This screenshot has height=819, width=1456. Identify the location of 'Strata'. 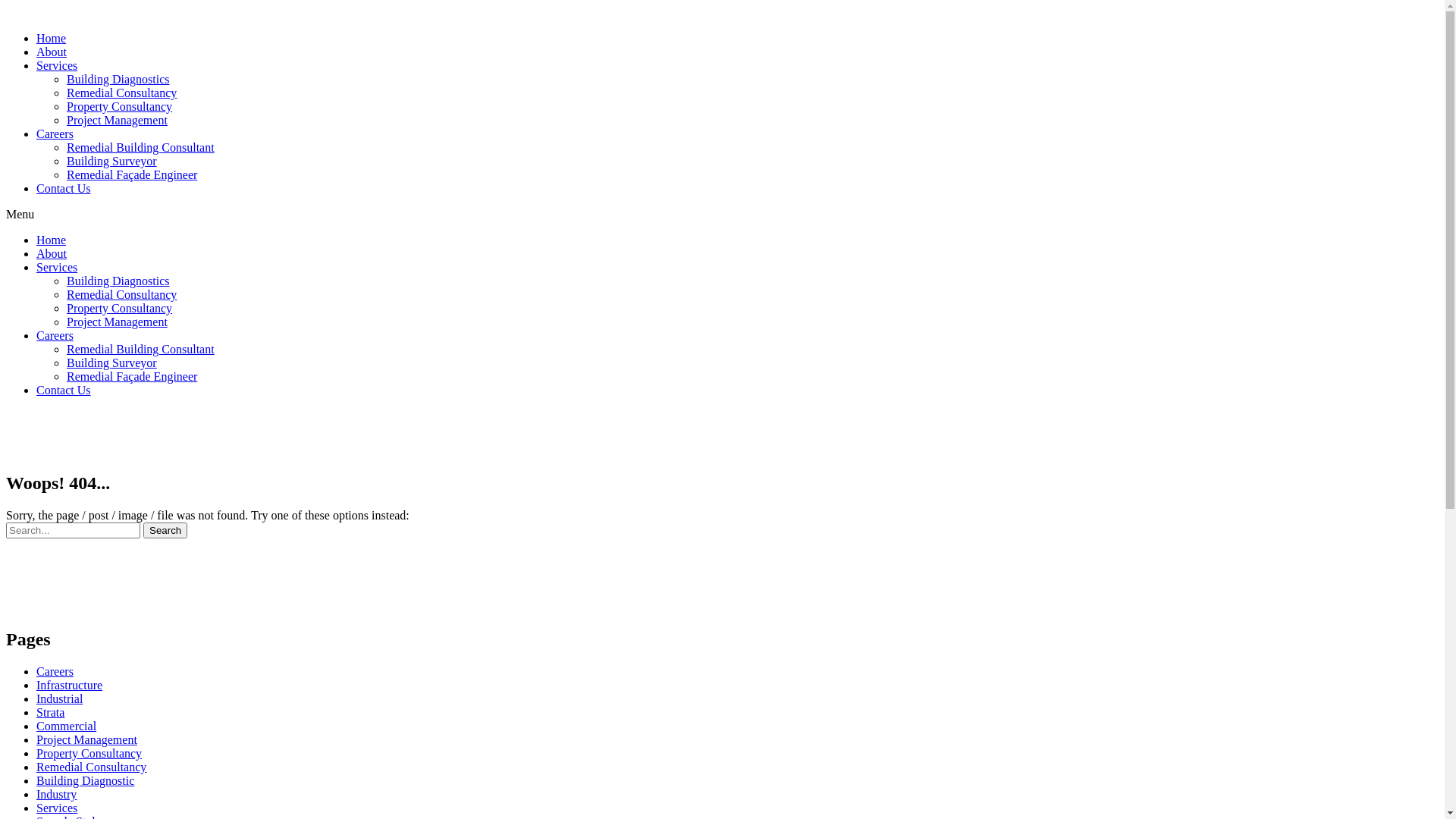
(50, 712).